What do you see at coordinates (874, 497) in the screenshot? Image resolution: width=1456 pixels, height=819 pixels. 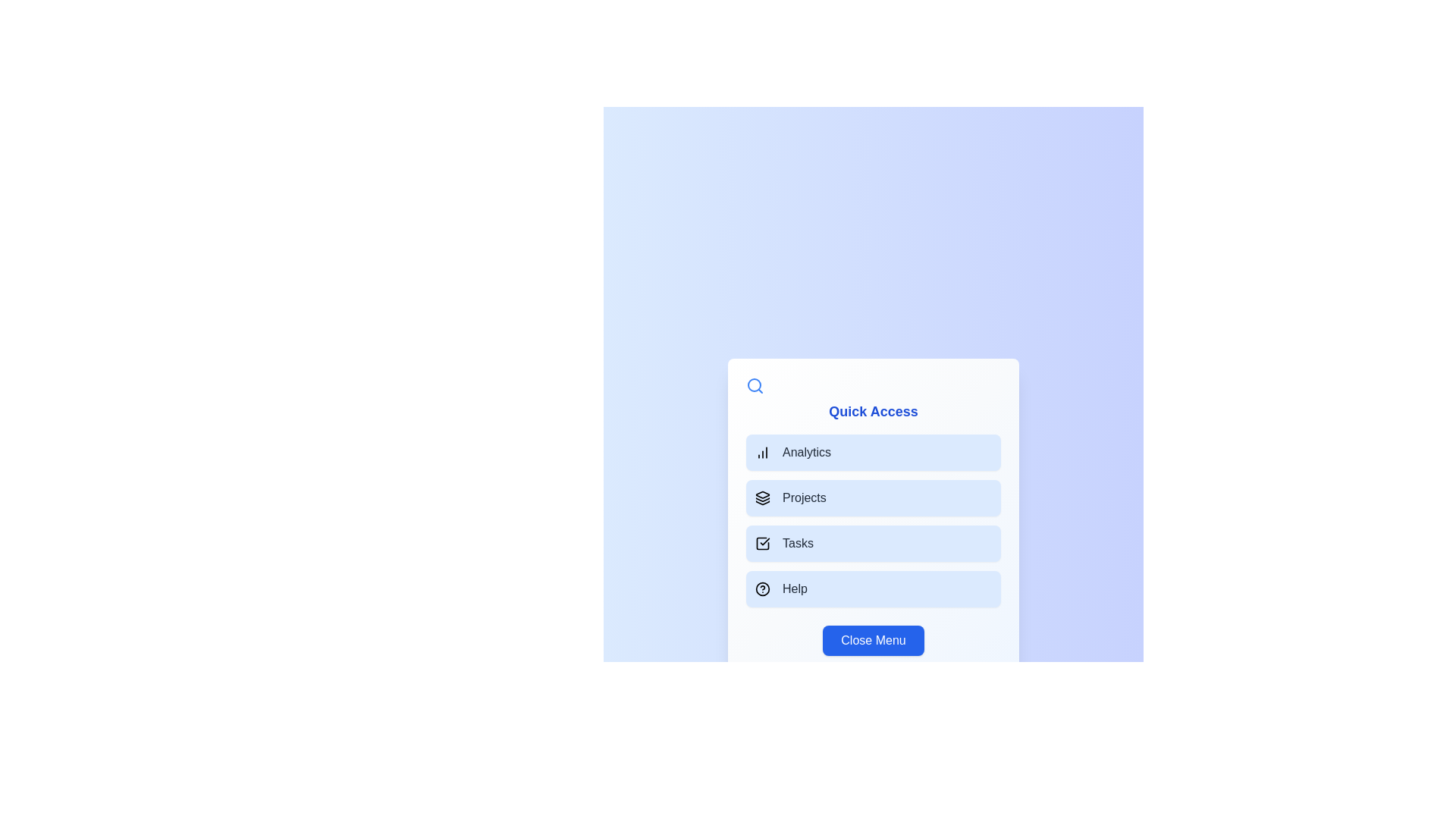 I see `the menu option Projects to navigate to its respective section` at bounding box center [874, 497].